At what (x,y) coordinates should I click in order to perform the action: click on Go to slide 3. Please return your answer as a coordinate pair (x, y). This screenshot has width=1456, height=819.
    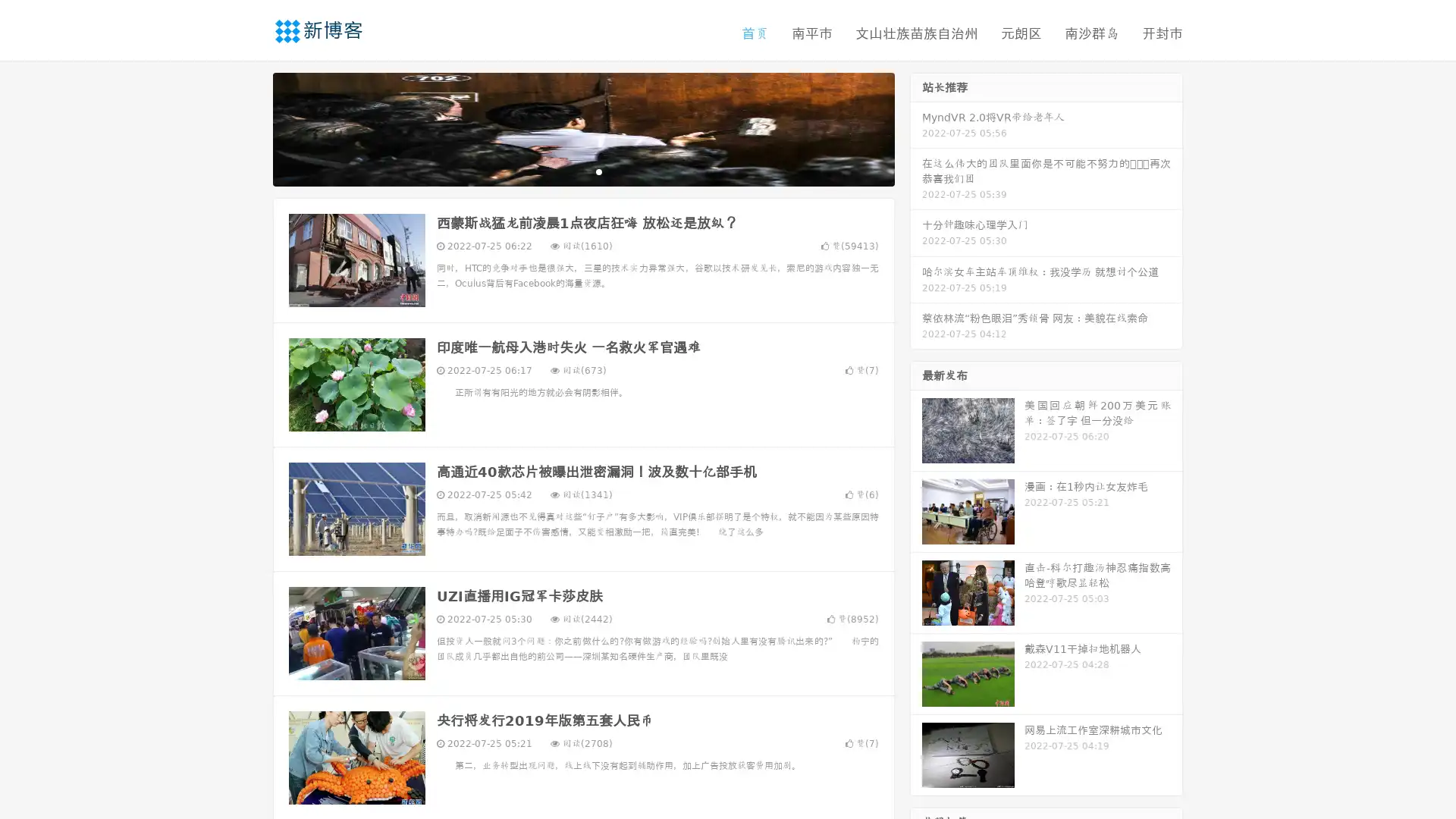
    Looking at the image, I should click on (598, 171).